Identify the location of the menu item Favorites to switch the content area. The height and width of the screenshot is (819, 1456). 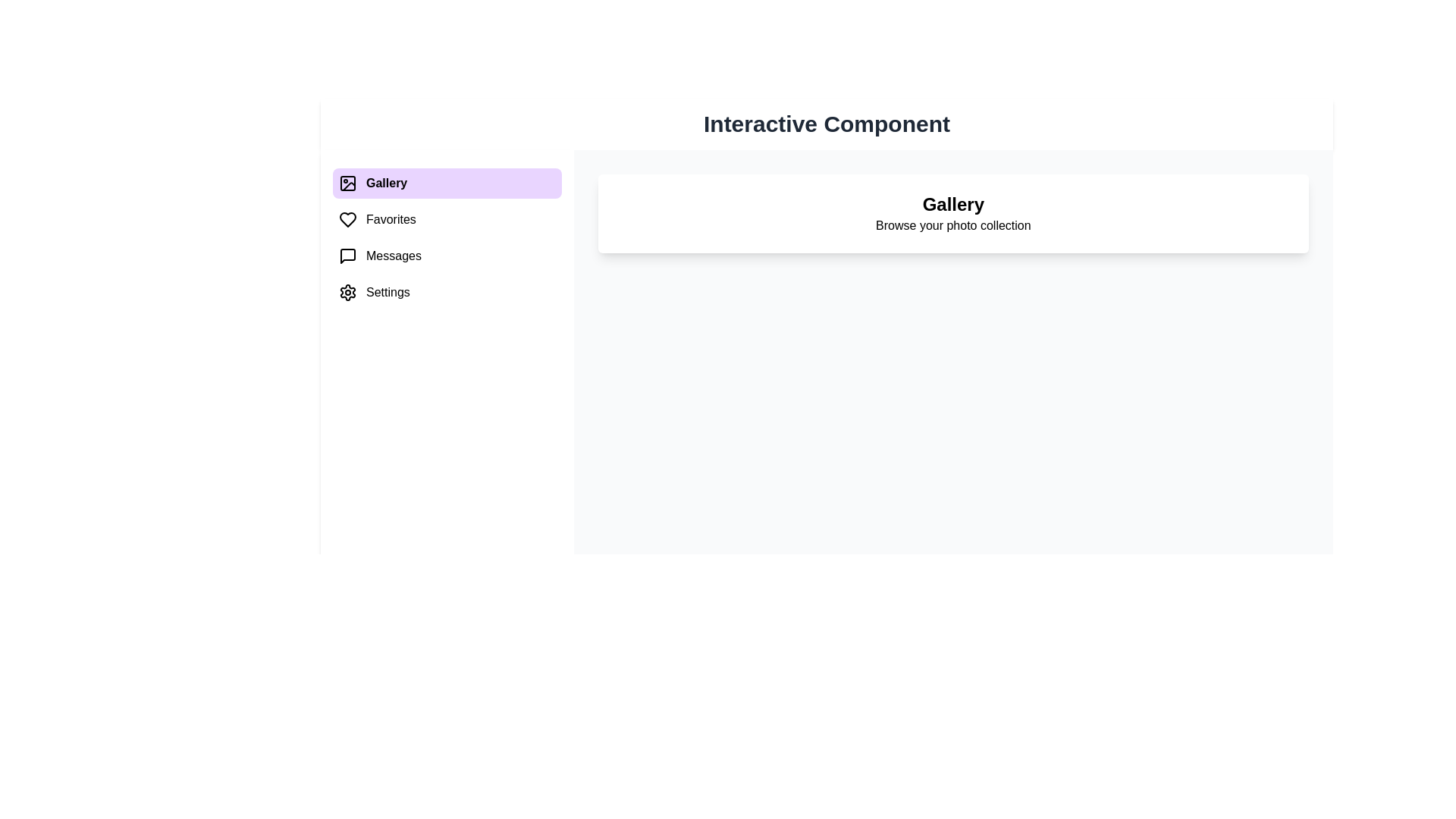
(446, 219).